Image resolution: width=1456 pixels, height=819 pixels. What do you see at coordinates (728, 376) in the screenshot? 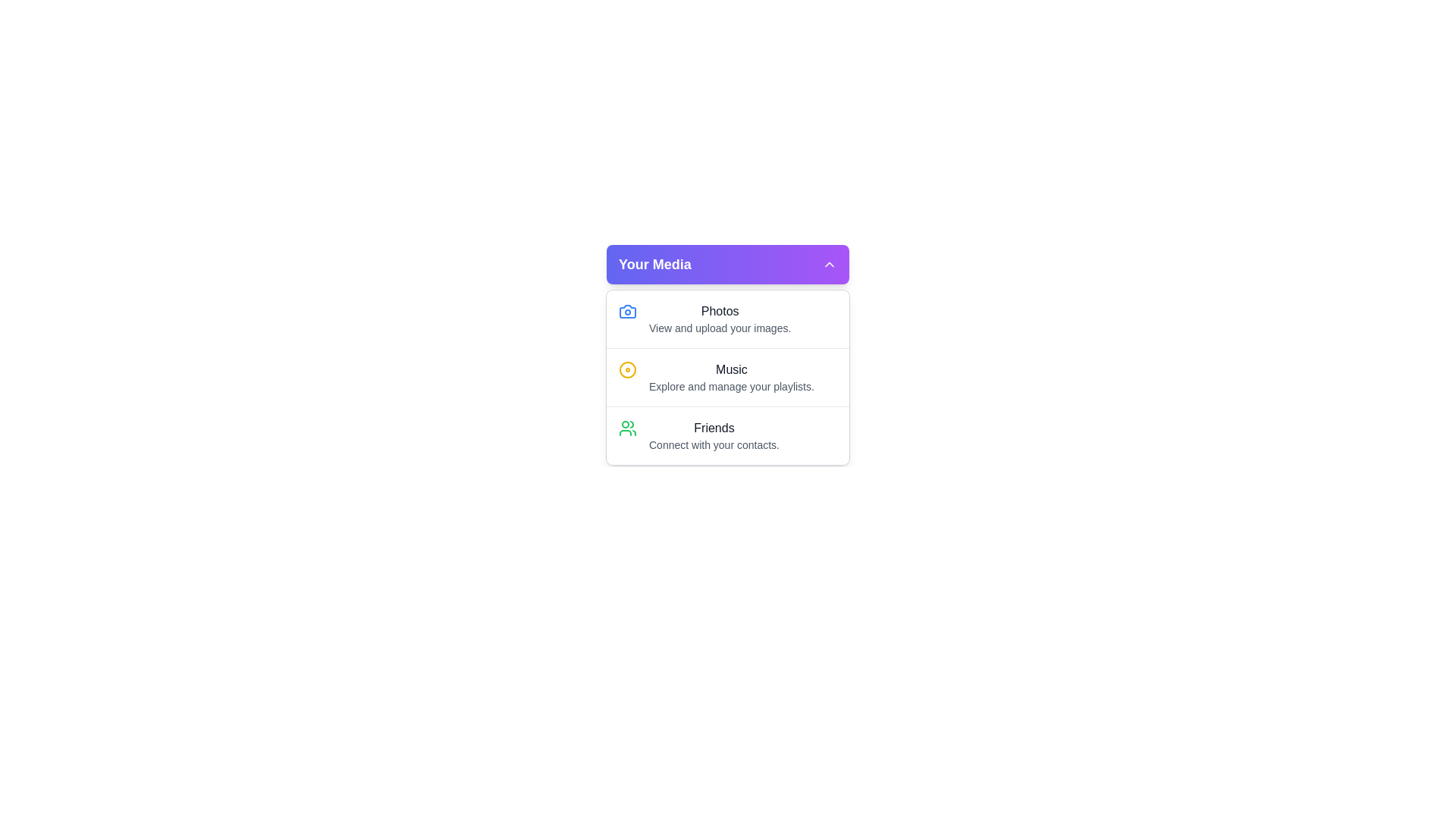
I see `the 'Music' menu item, which is a rectangular block with a bold title and a yellow circular icon` at bounding box center [728, 376].